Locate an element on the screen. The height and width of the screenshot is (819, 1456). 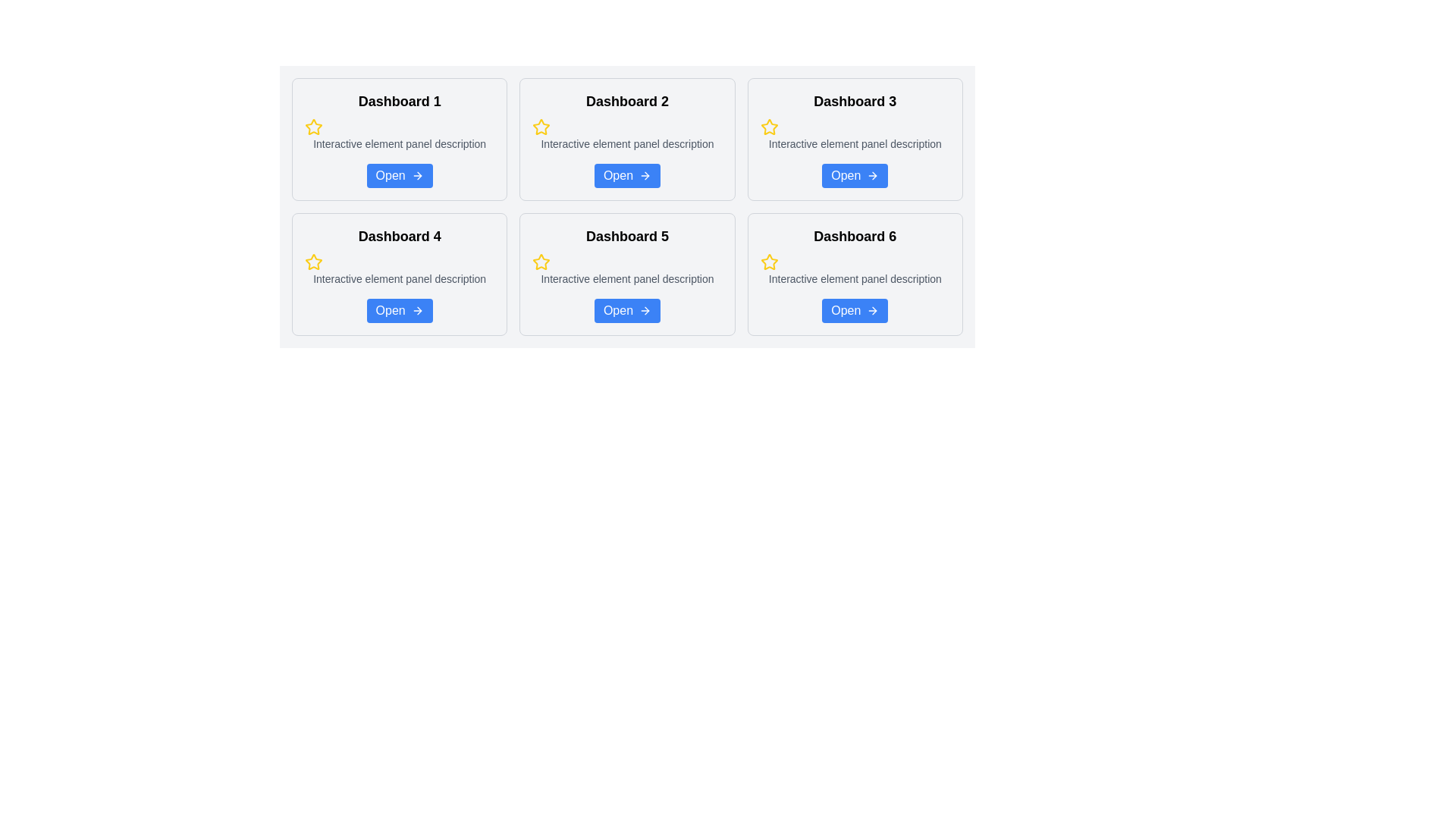
the text label reading 'Interactive element panel description', which is located beneath 'Dashboard 4' and above the 'Open' button is located at coordinates (400, 278).